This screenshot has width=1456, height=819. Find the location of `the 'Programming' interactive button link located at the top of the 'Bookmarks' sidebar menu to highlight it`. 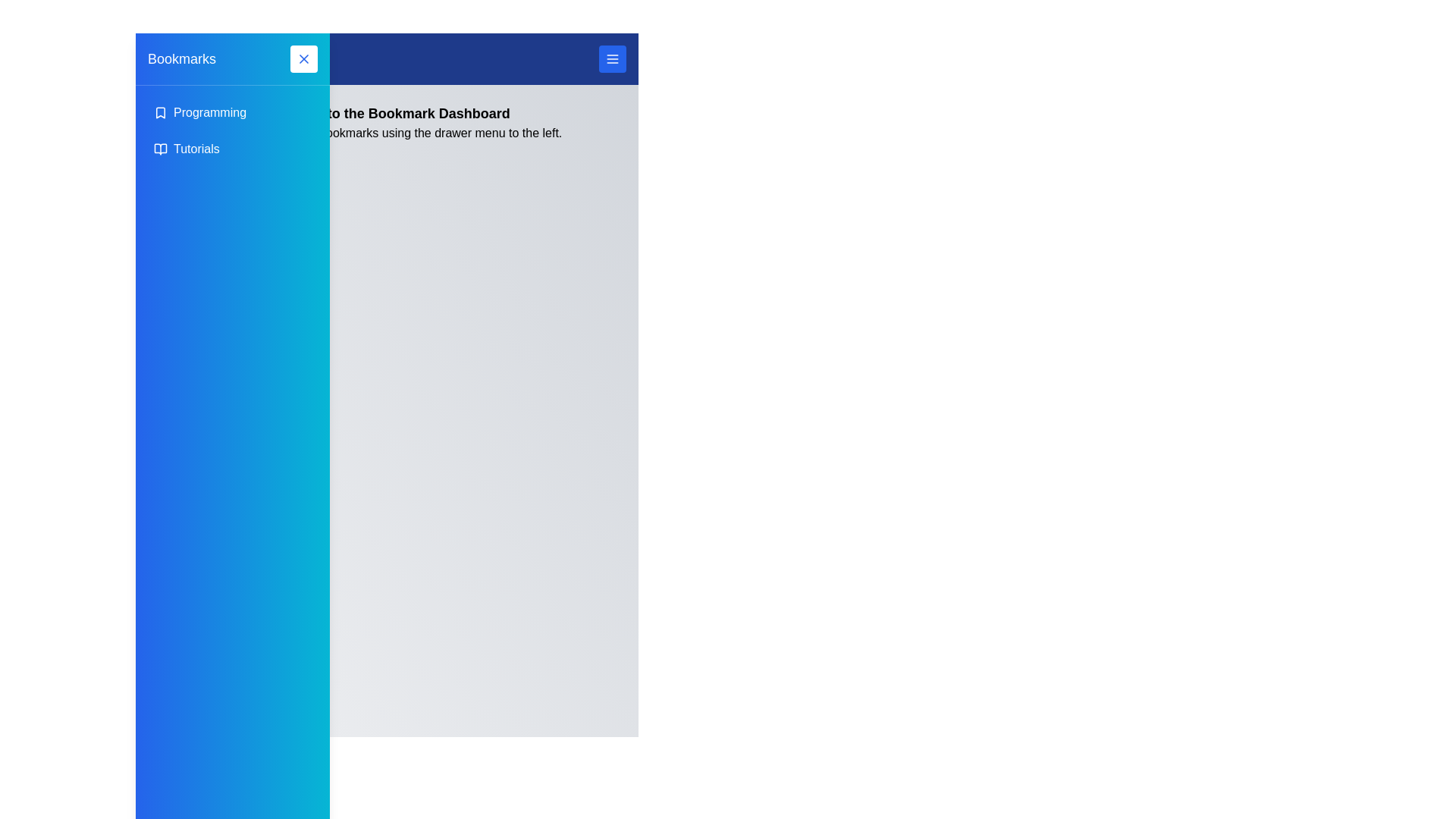

the 'Programming' interactive button link located at the top of the 'Bookmarks' sidebar menu to highlight it is located at coordinates (232, 112).